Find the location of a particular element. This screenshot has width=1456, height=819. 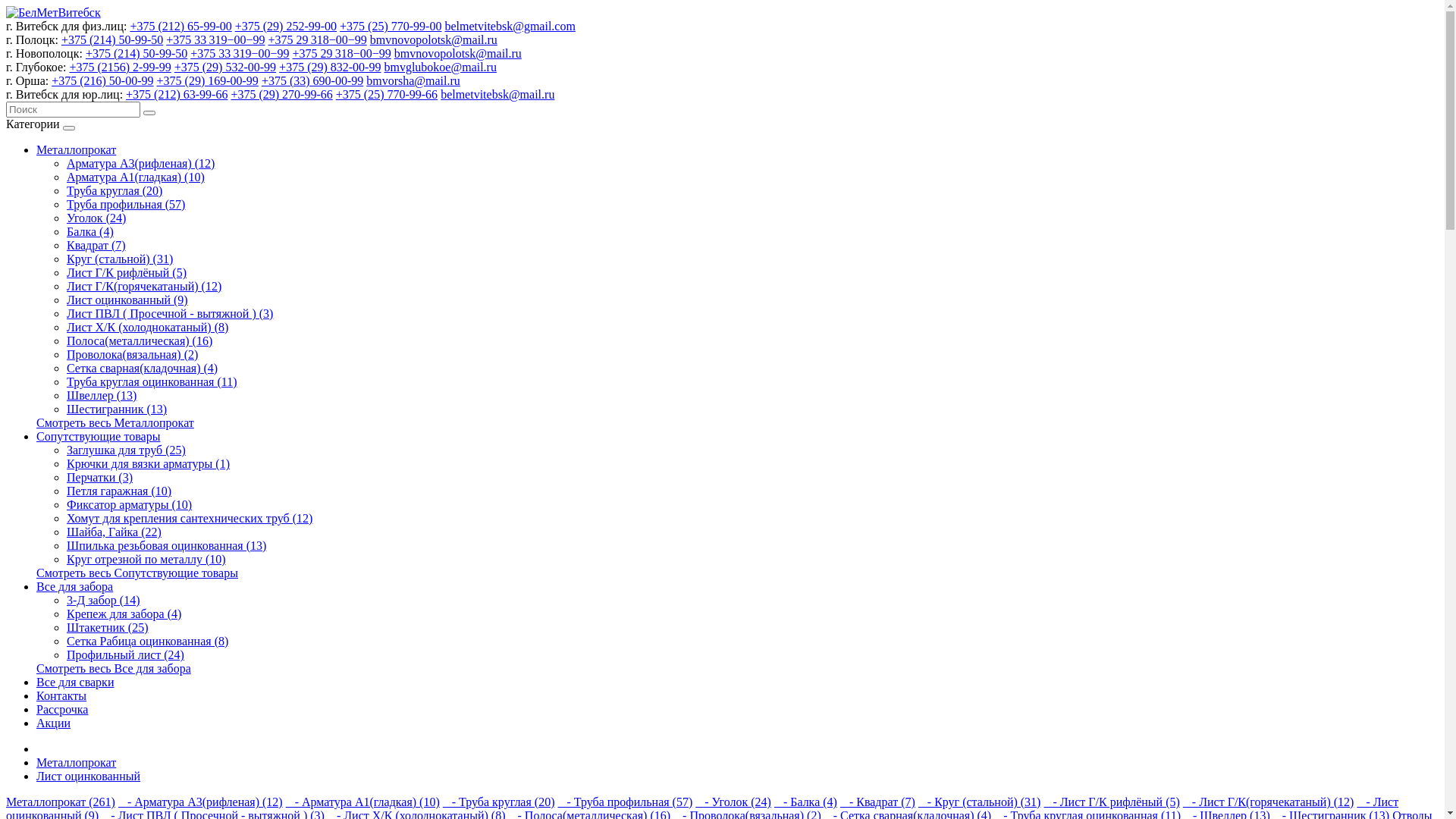

'bmvorsha@mail.ru' is located at coordinates (413, 80).